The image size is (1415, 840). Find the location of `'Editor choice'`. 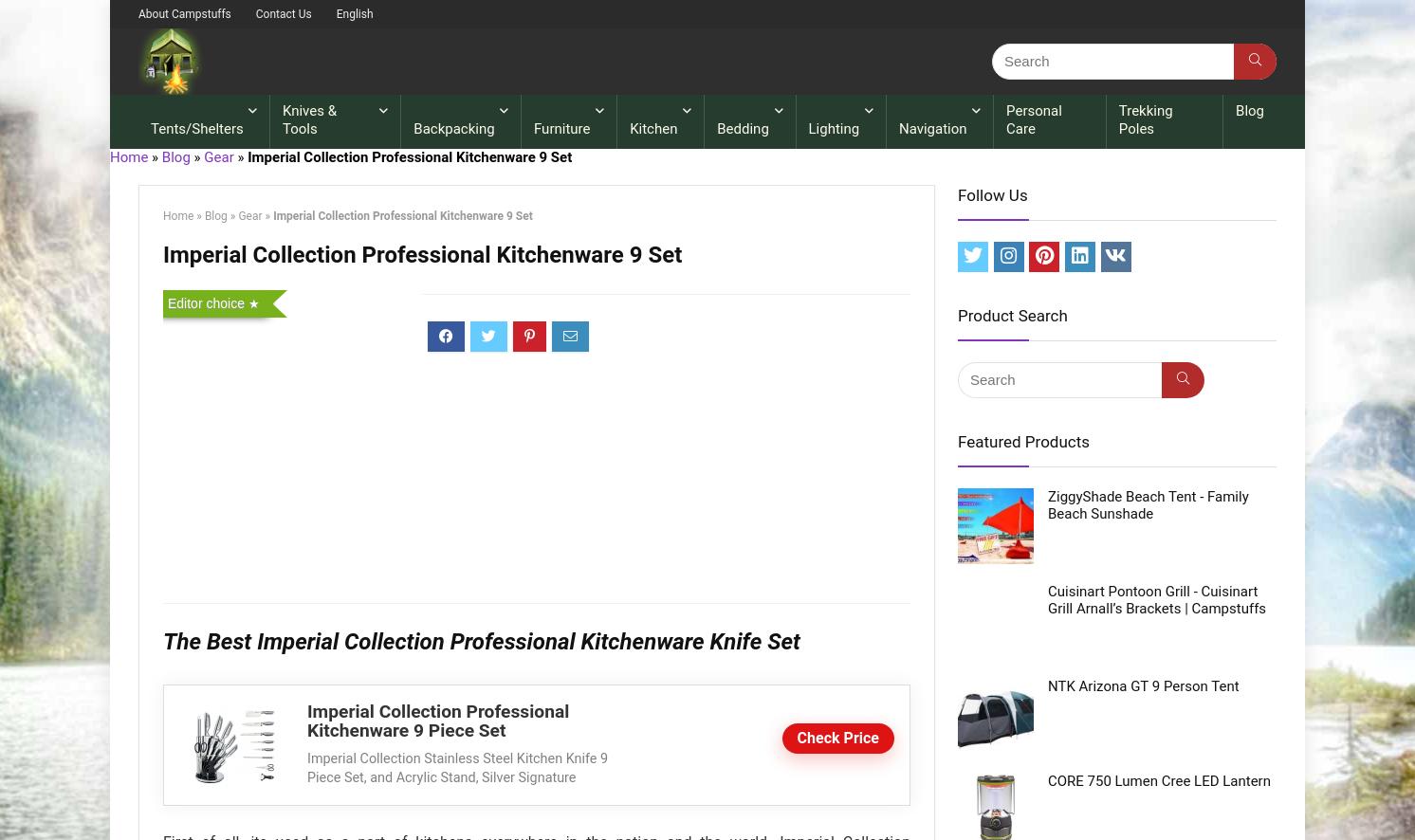

'Editor choice' is located at coordinates (204, 301).